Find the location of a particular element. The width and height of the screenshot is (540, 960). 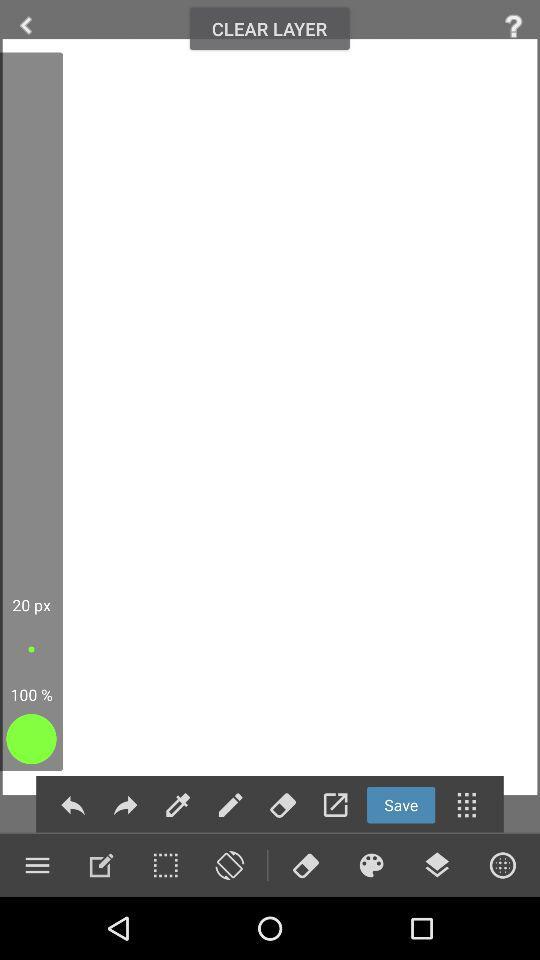

menu is located at coordinates (178, 805).